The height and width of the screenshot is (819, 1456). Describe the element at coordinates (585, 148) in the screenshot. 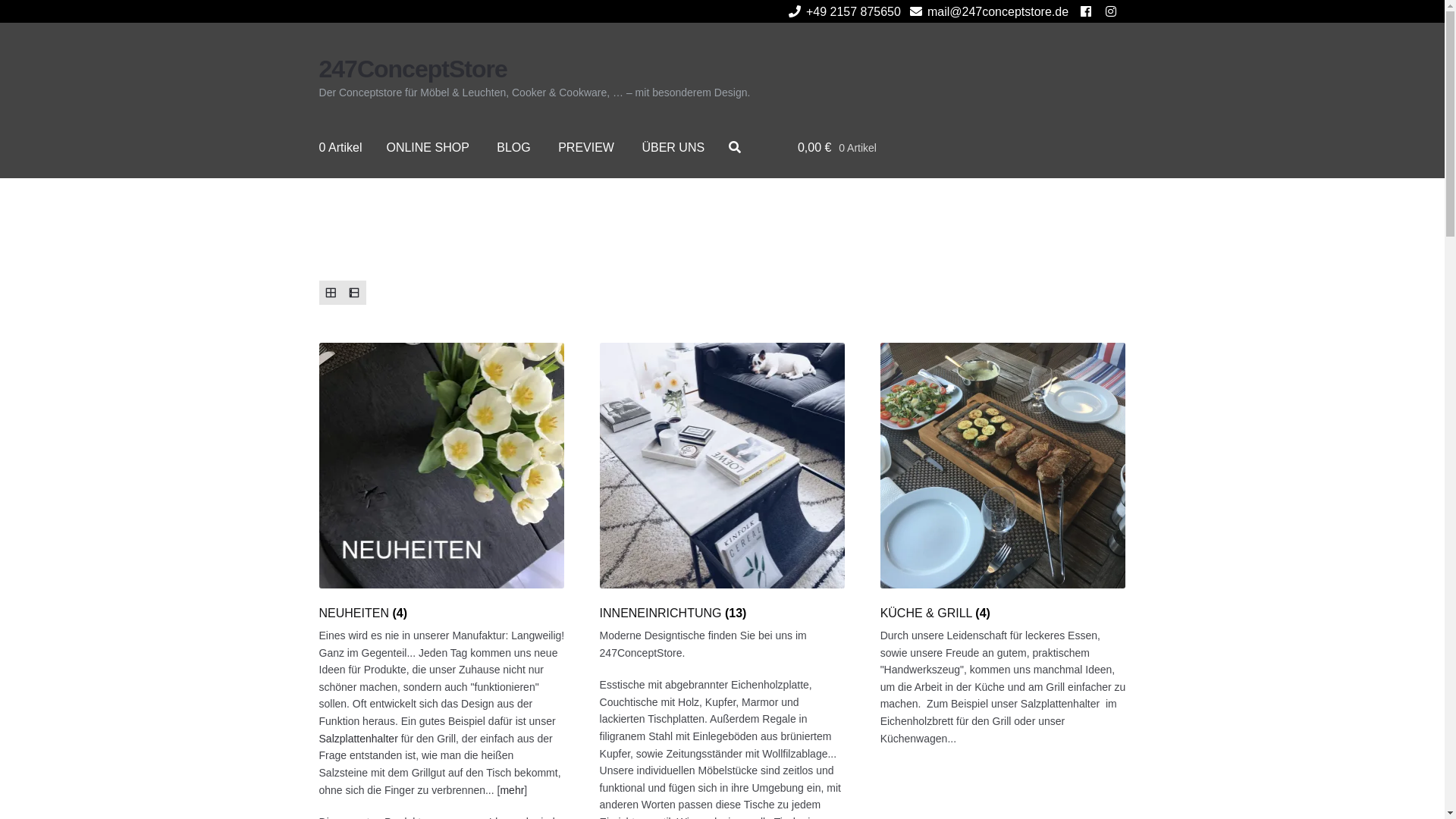

I see `'PREVIEW'` at that location.